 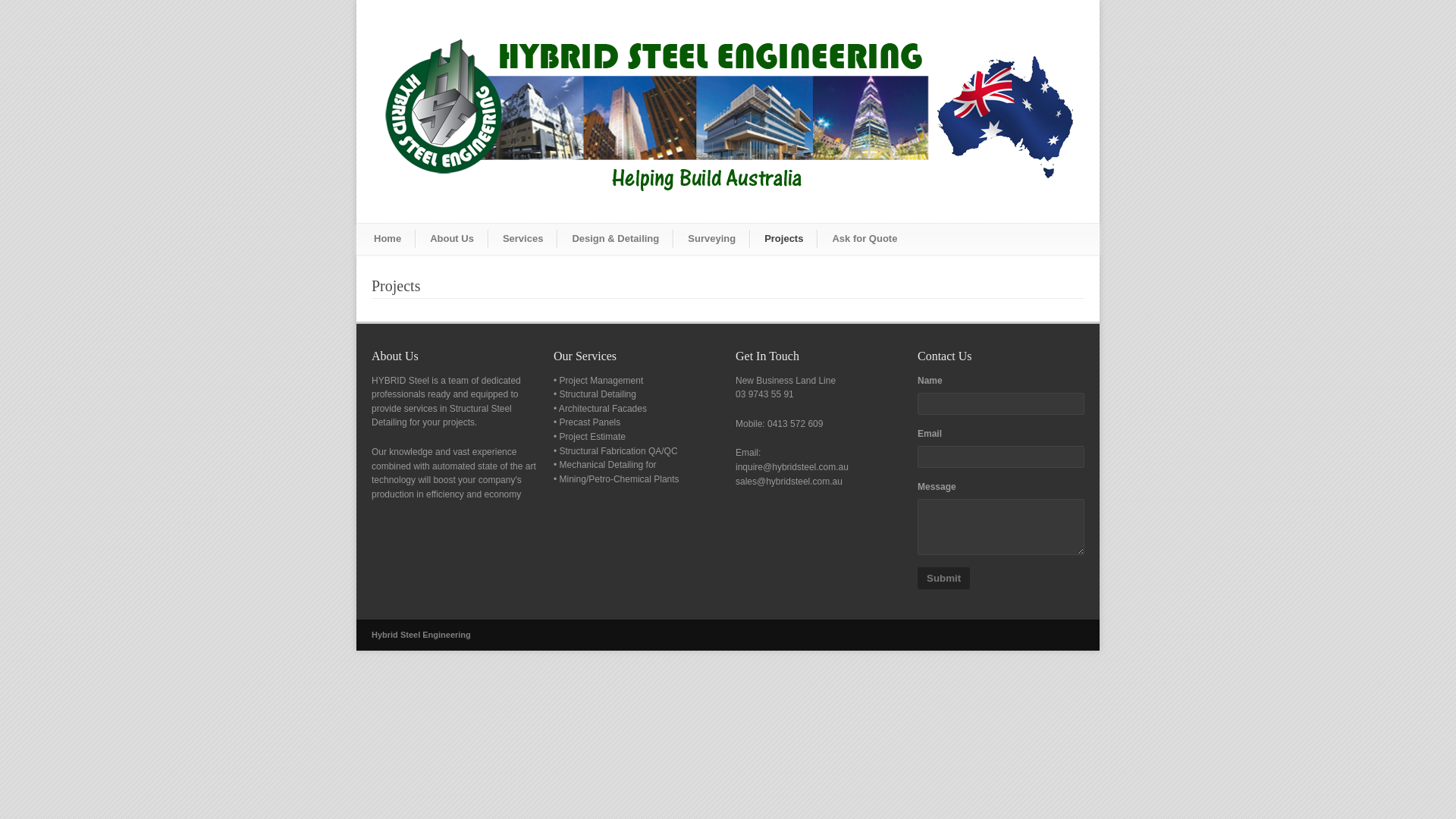 I want to click on 'Design & Detailing', so click(x=615, y=239).